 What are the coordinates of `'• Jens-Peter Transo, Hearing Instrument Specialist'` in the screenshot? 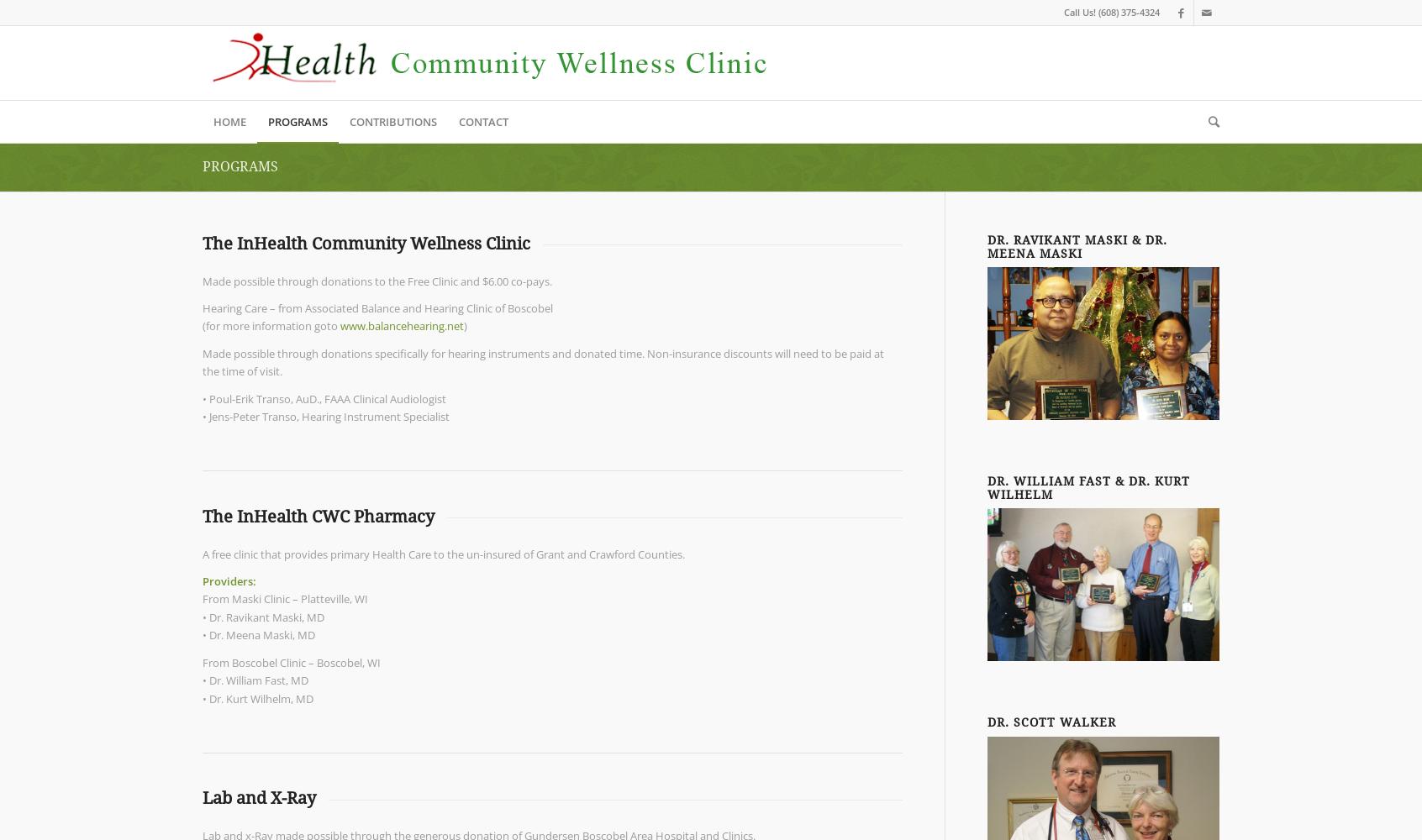 It's located at (202, 416).